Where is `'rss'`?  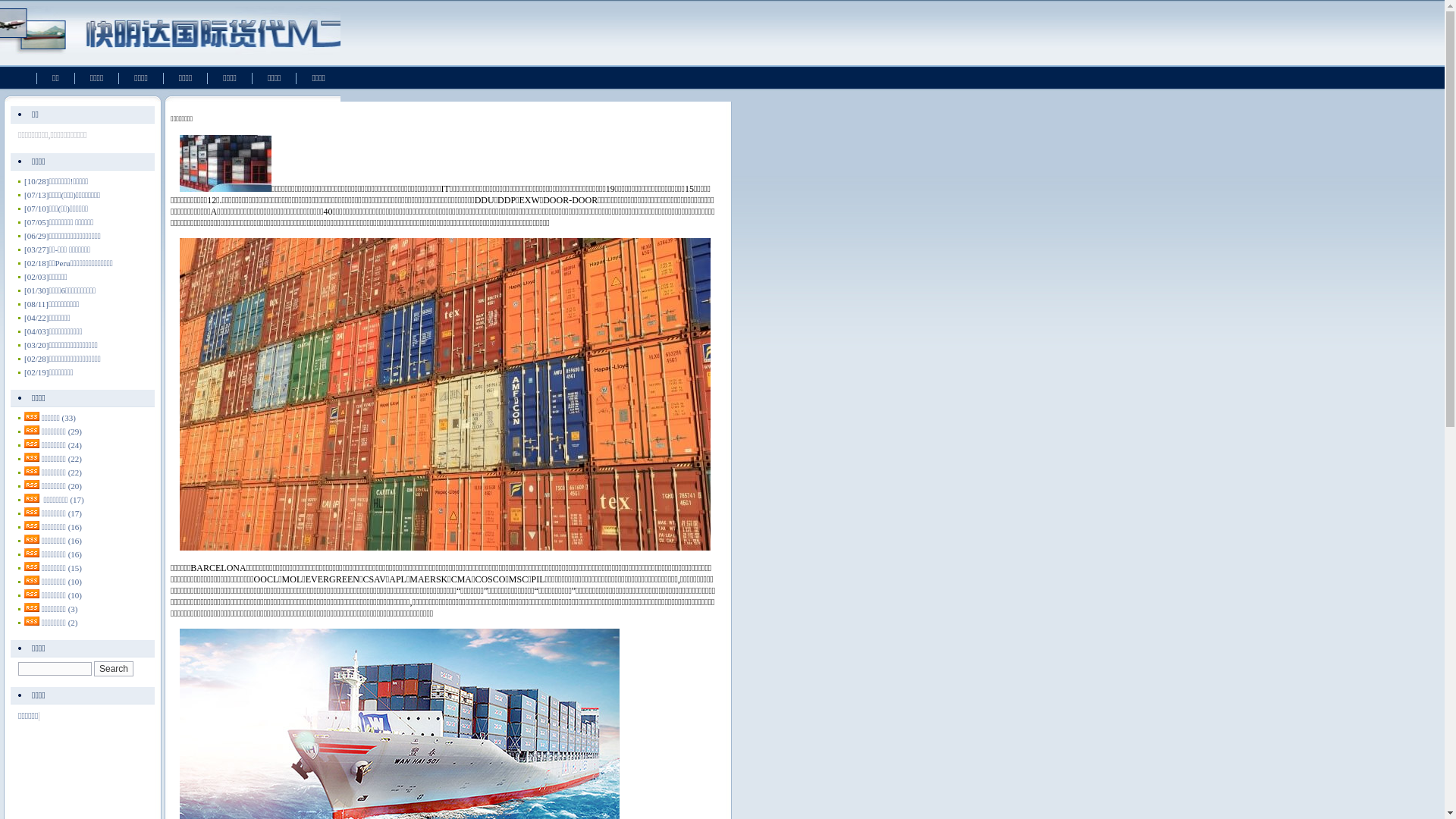 'rss' is located at coordinates (32, 416).